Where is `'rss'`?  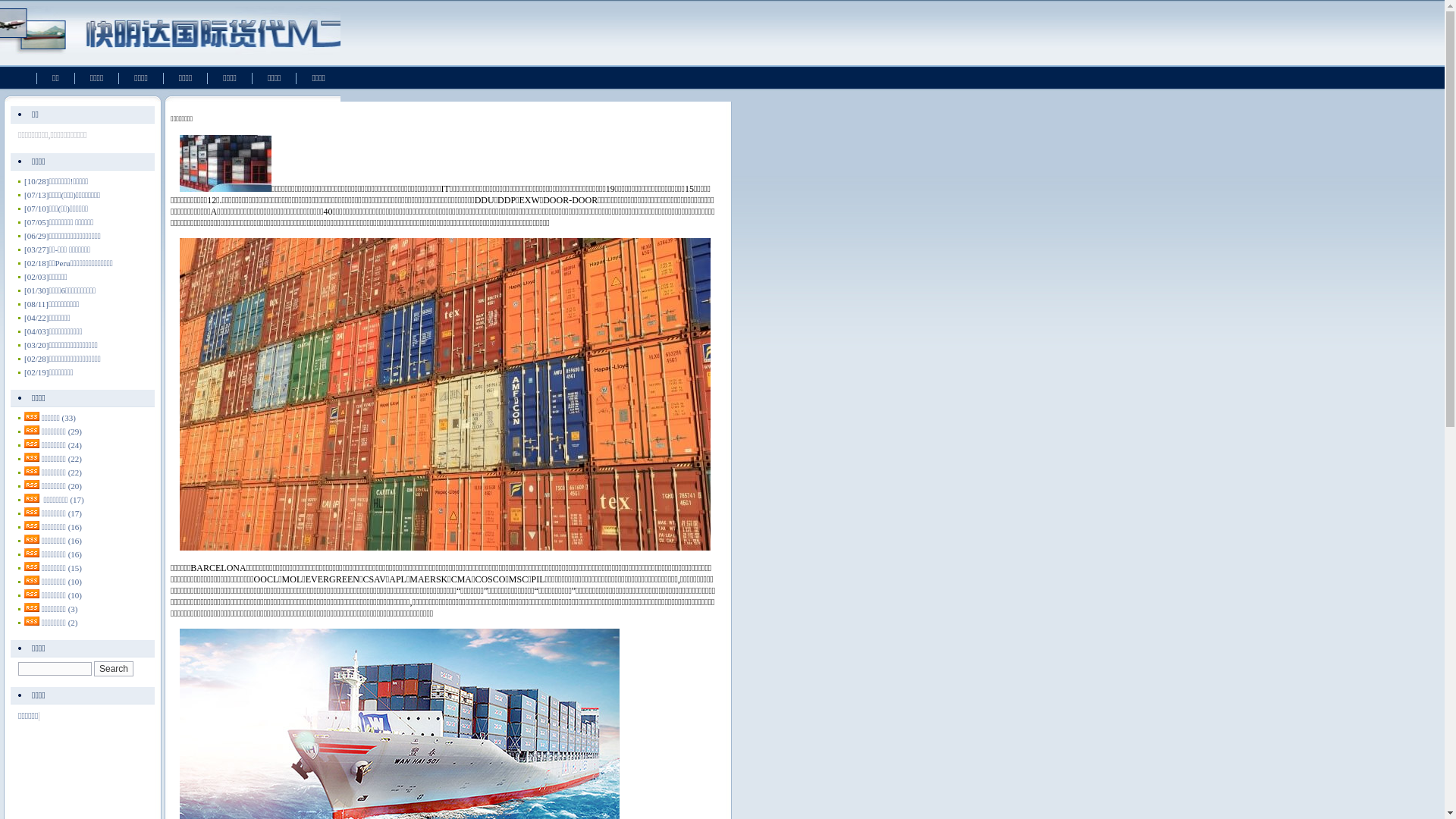 'rss' is located at coordinates (32, 416).